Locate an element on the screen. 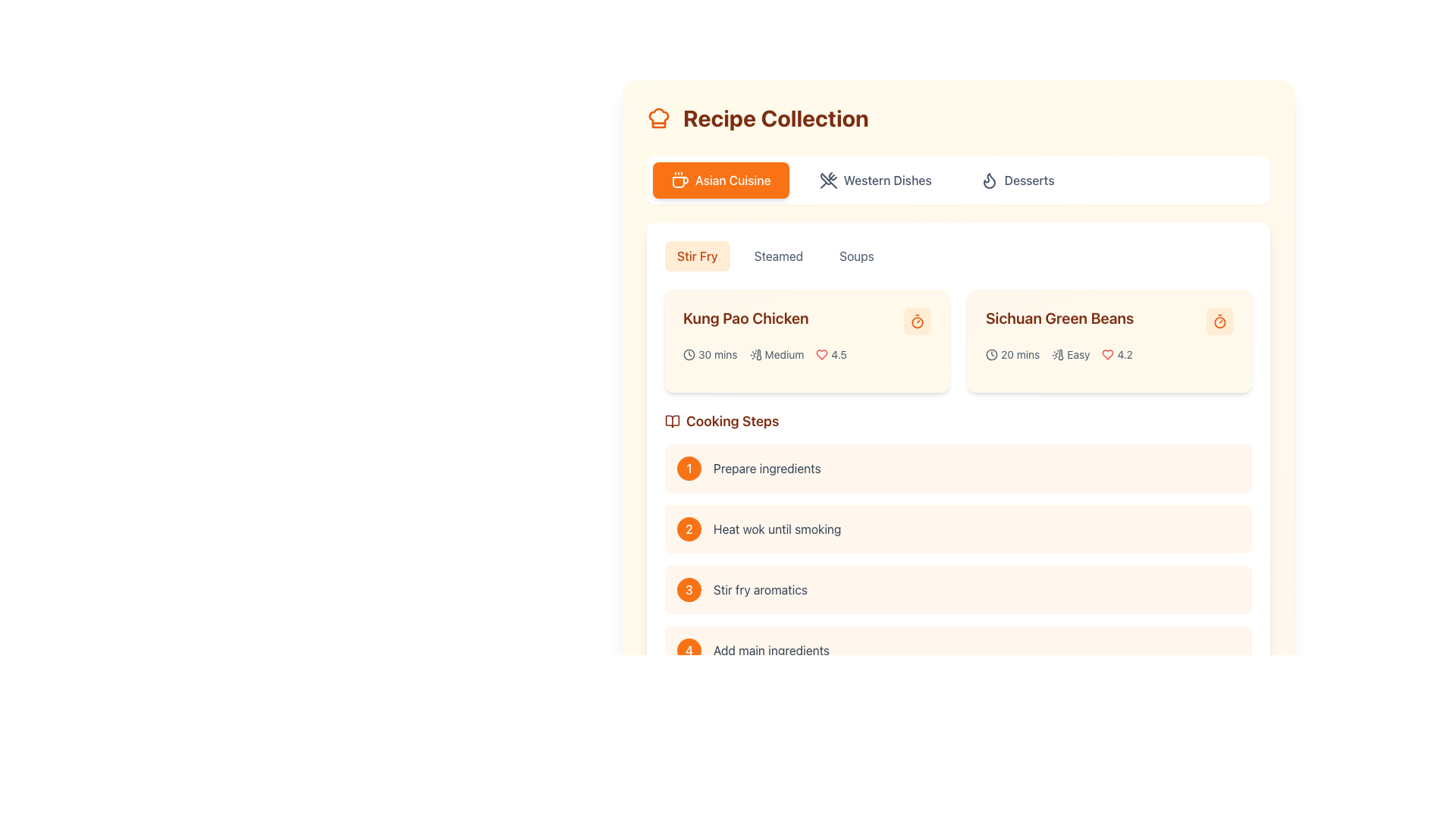 Image resolution: width=1456 pixels, height=819 pixels. the icon representing the Recipe Collection section, located at the top-left of the interface before the 'Recipe Collection' heading is located at coordinates (658, 117).